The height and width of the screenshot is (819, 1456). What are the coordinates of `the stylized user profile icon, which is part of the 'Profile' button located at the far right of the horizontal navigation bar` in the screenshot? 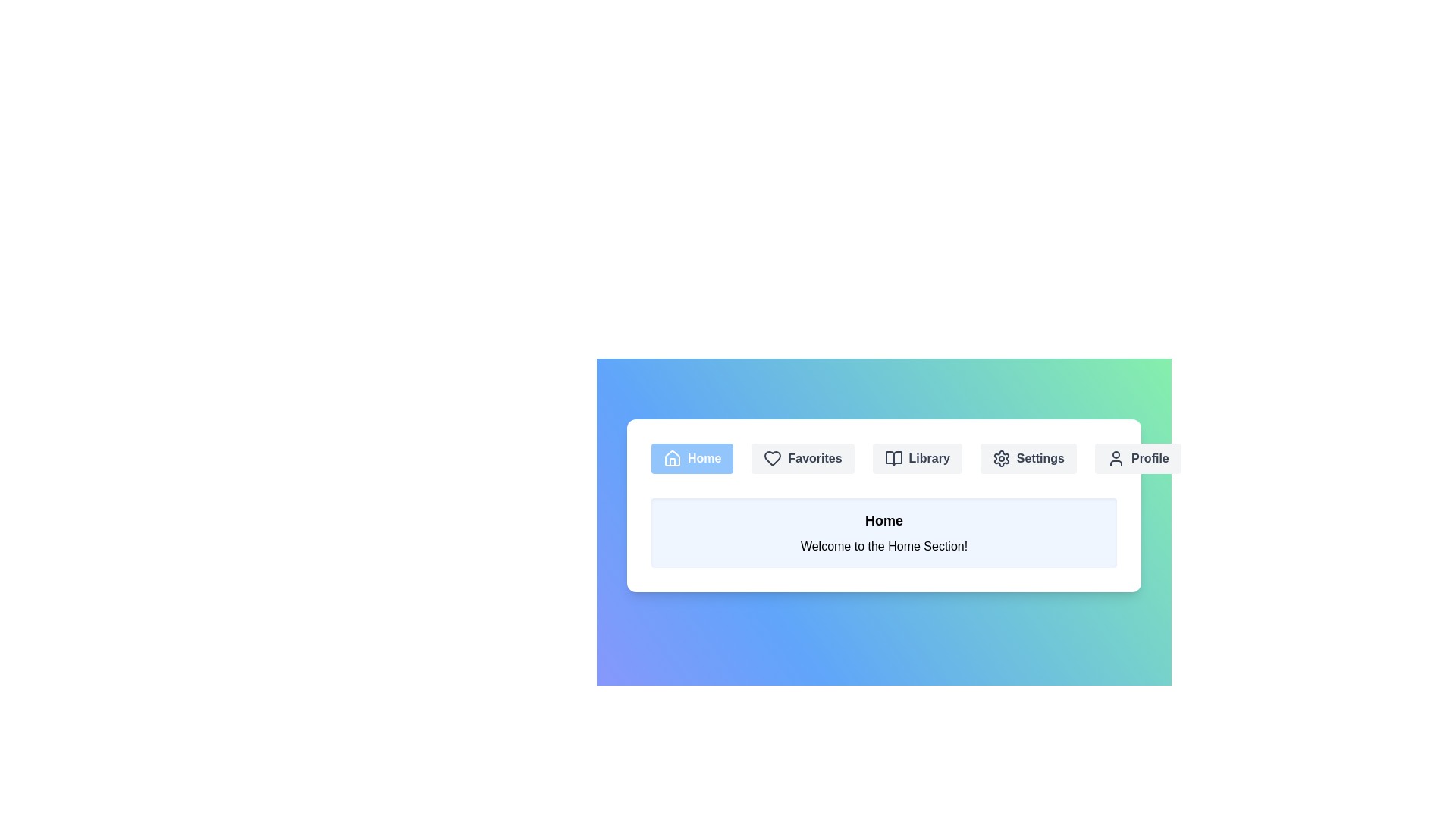 It's located at (1116, 458).